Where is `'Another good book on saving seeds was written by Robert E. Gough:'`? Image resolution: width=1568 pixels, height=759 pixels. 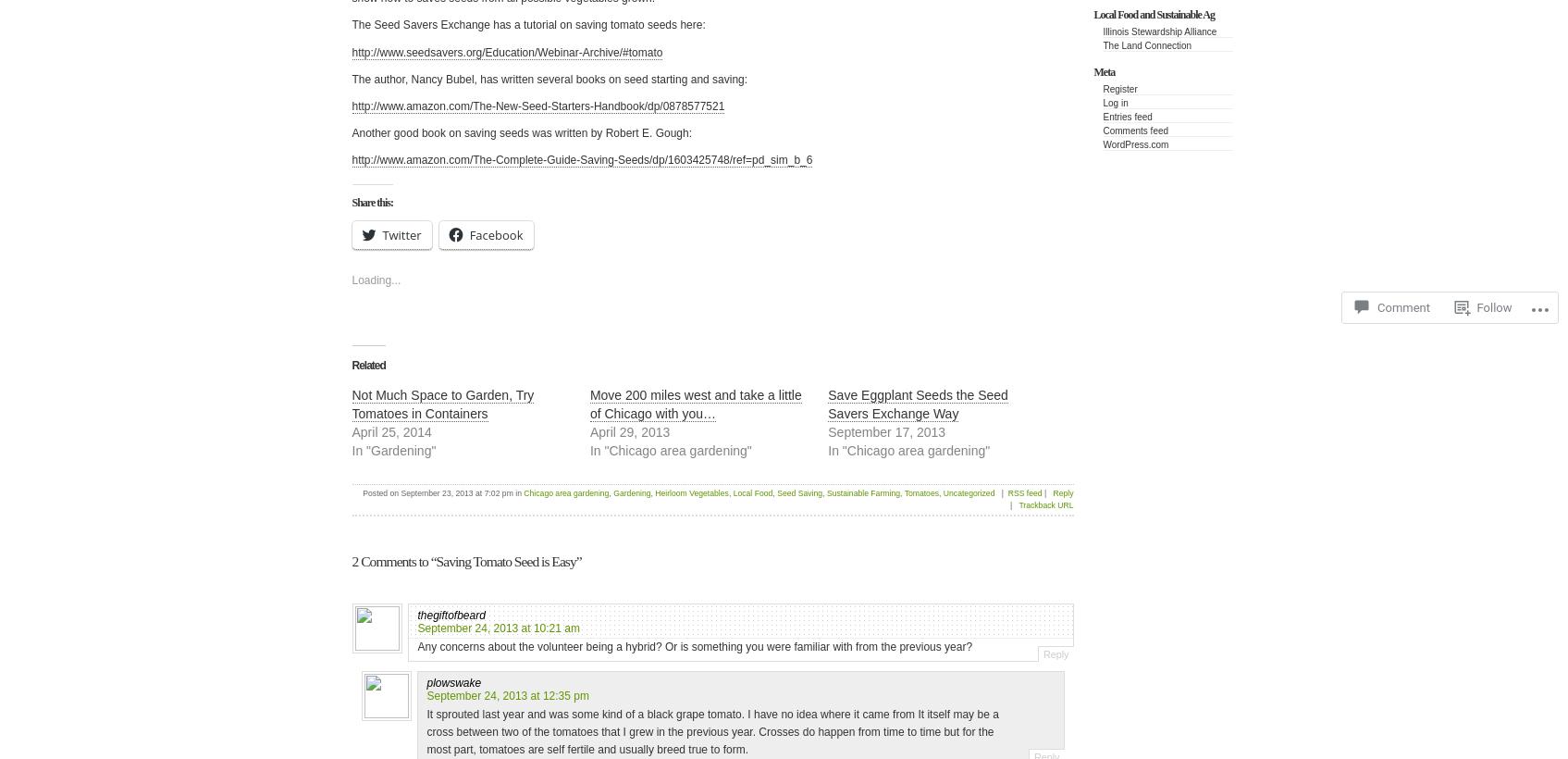
'Another good book on saving seeds was written by Robert E. Gough:' is located at coordinates (521, 131).